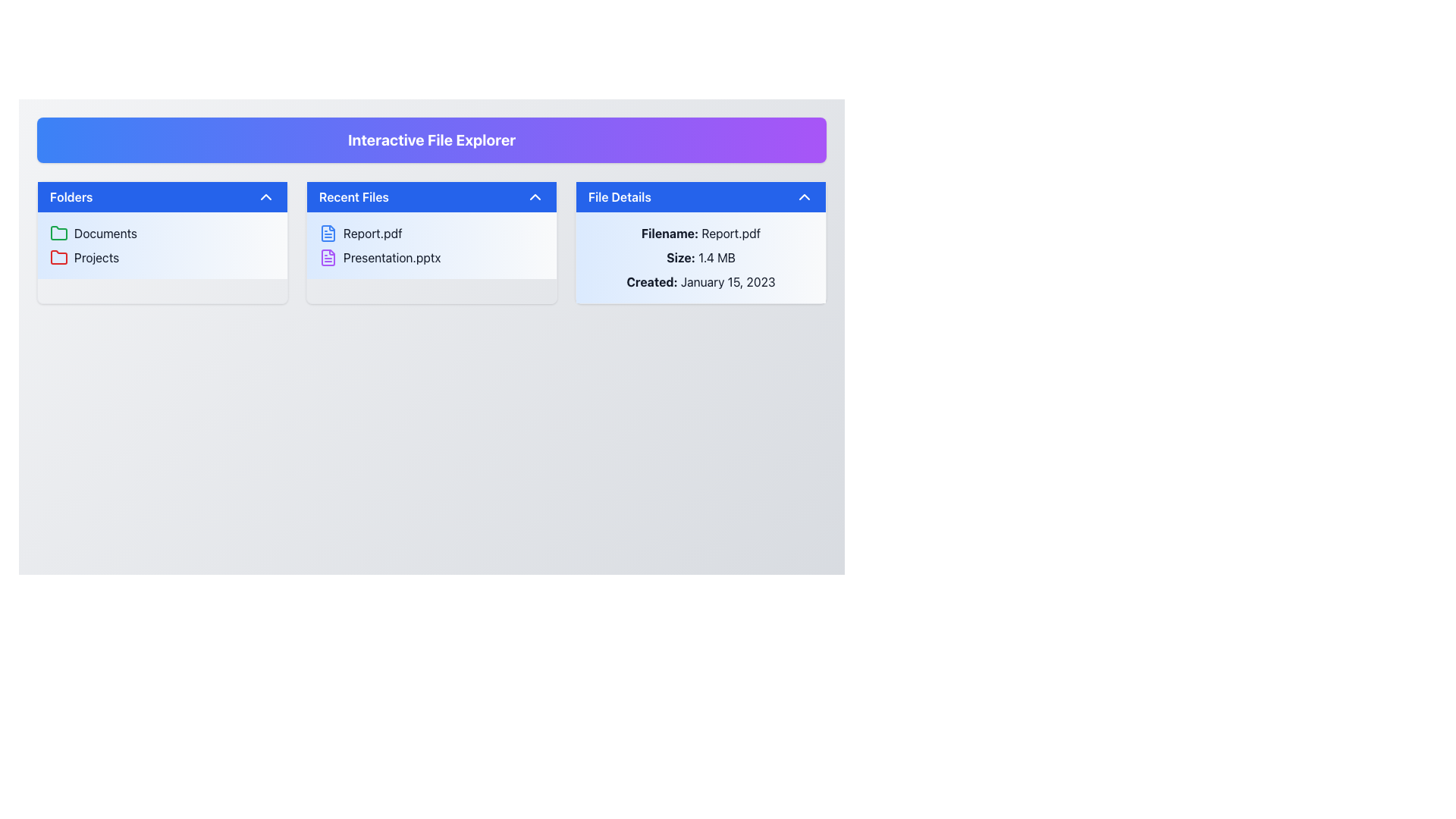 The height and width of the screenshot is (819, 1456). I want to click on the informational Text Label displaying the size of the currently selected file, which reads '1.4 MB', located in the 'File Details' panel between 'Filename: Report.pdf' and 'Created: January 15, 2023', so click(700, 256).